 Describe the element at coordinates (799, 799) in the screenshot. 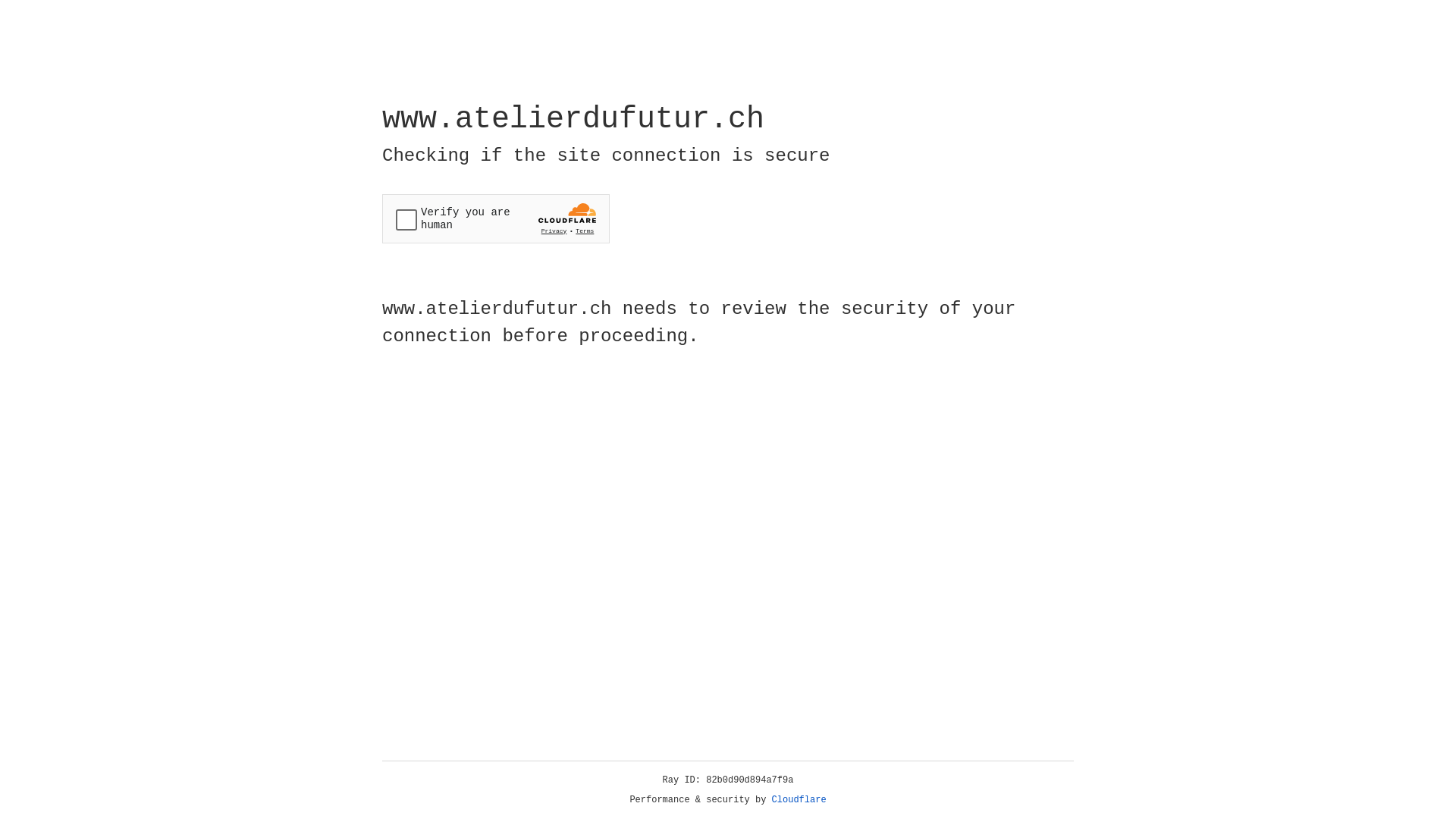

I see `'Cloudflare'` at that location.